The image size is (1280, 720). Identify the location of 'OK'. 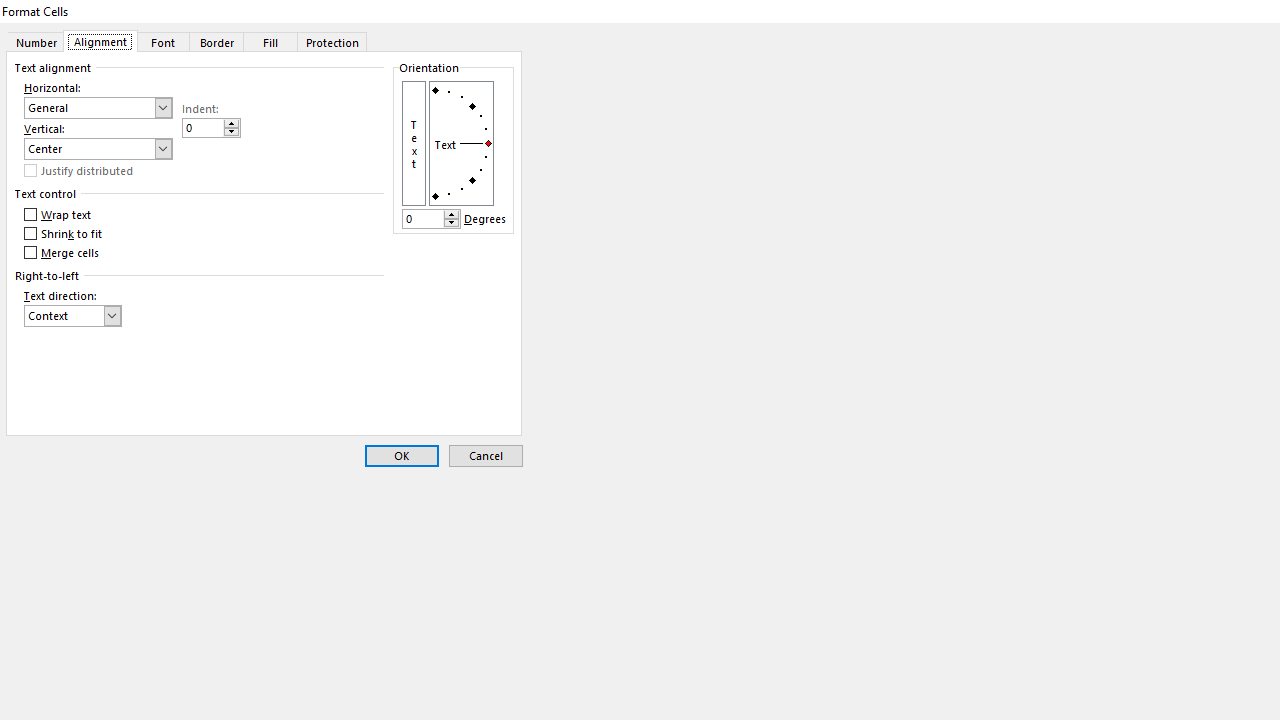
(400, 456).